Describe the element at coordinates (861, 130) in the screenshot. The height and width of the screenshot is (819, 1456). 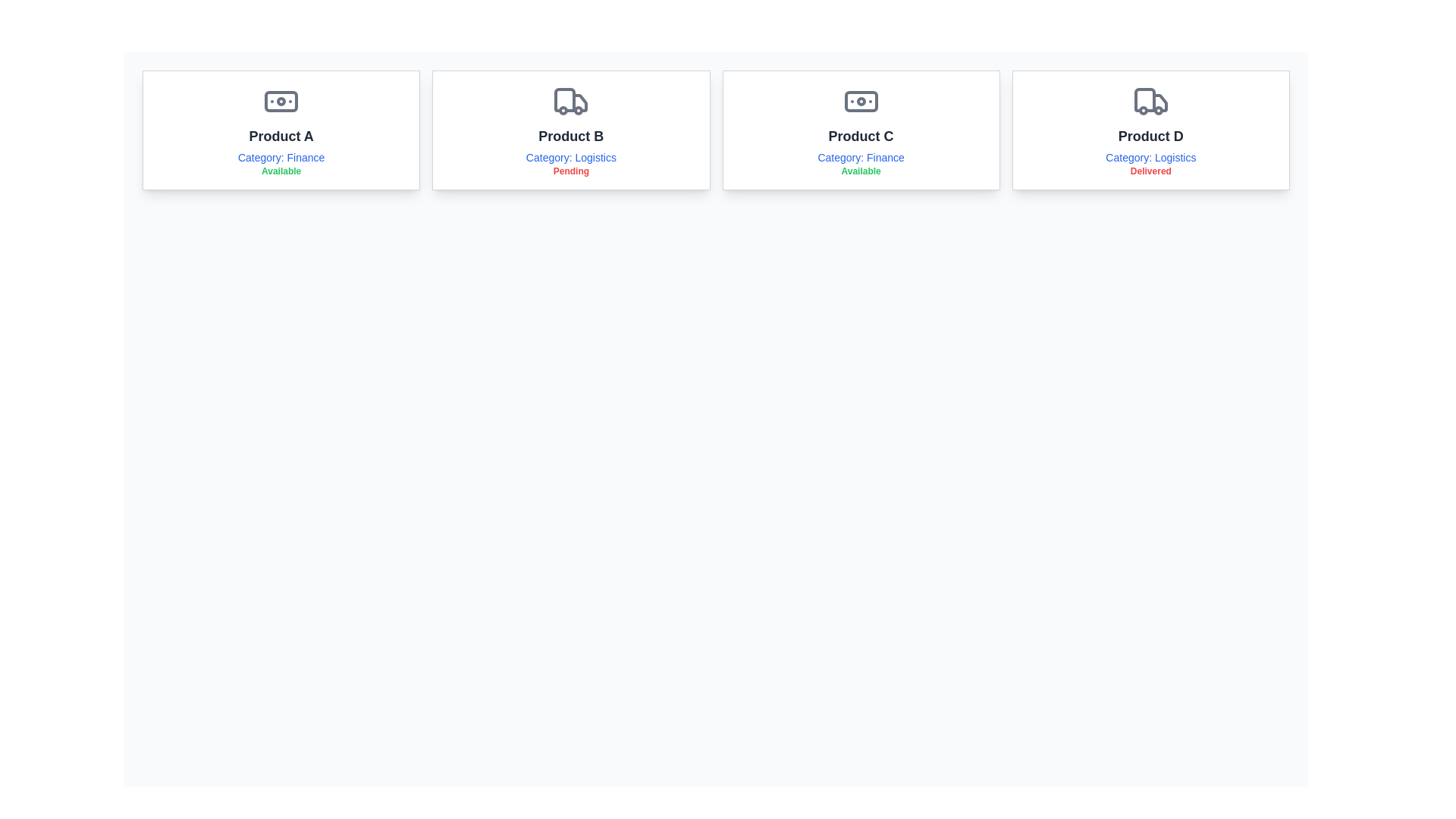
I see `to focus or select the 'Product C' card in the Finance category, which is the third card in a horizontal grid of four, marked as 'Available'` at that location.